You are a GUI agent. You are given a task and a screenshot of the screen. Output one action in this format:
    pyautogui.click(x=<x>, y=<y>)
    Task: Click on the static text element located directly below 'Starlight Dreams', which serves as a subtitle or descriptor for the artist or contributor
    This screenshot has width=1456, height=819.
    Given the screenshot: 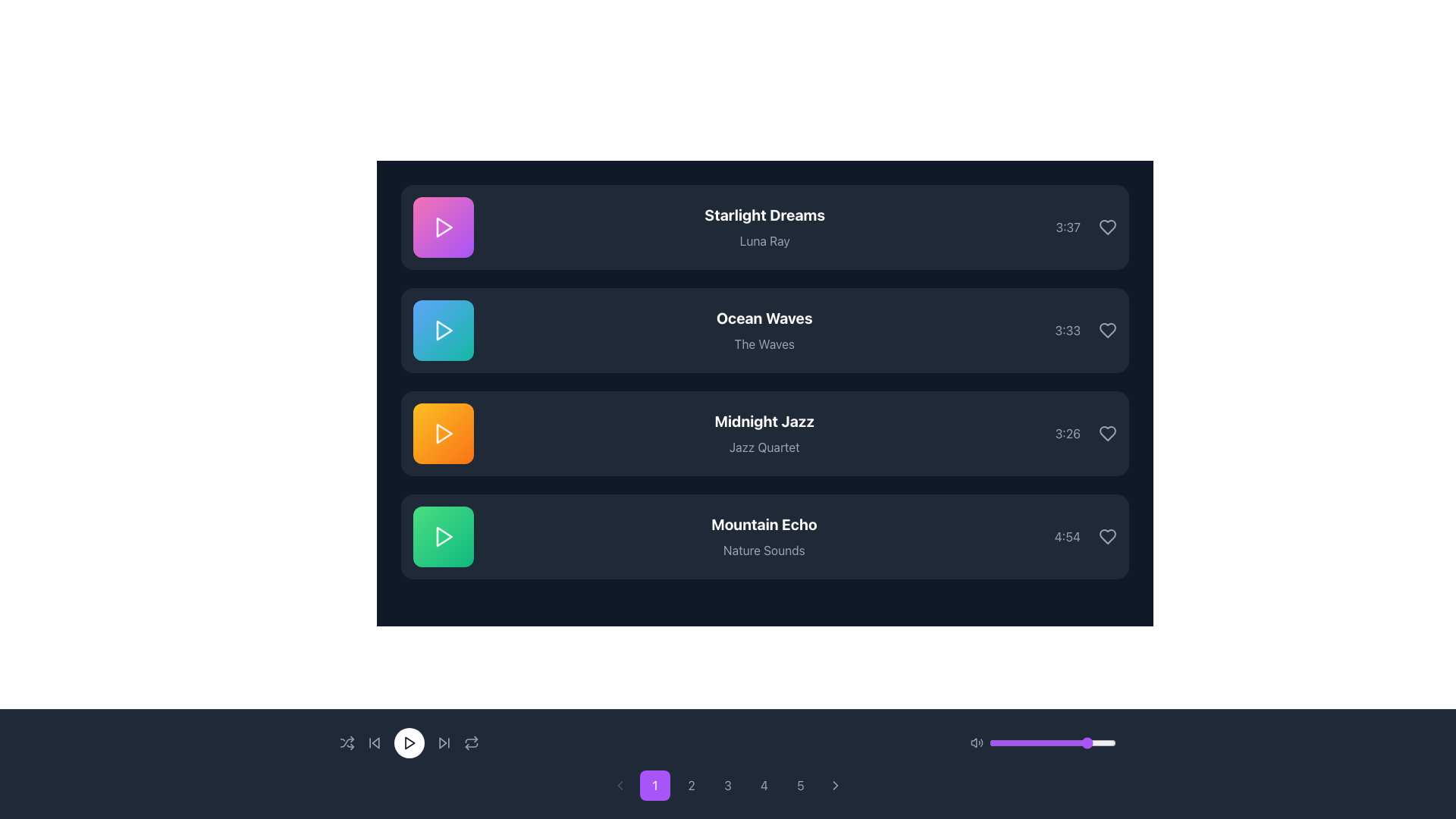 What is the action you would take?
    pyautogui.click(x=764, y=240)
    